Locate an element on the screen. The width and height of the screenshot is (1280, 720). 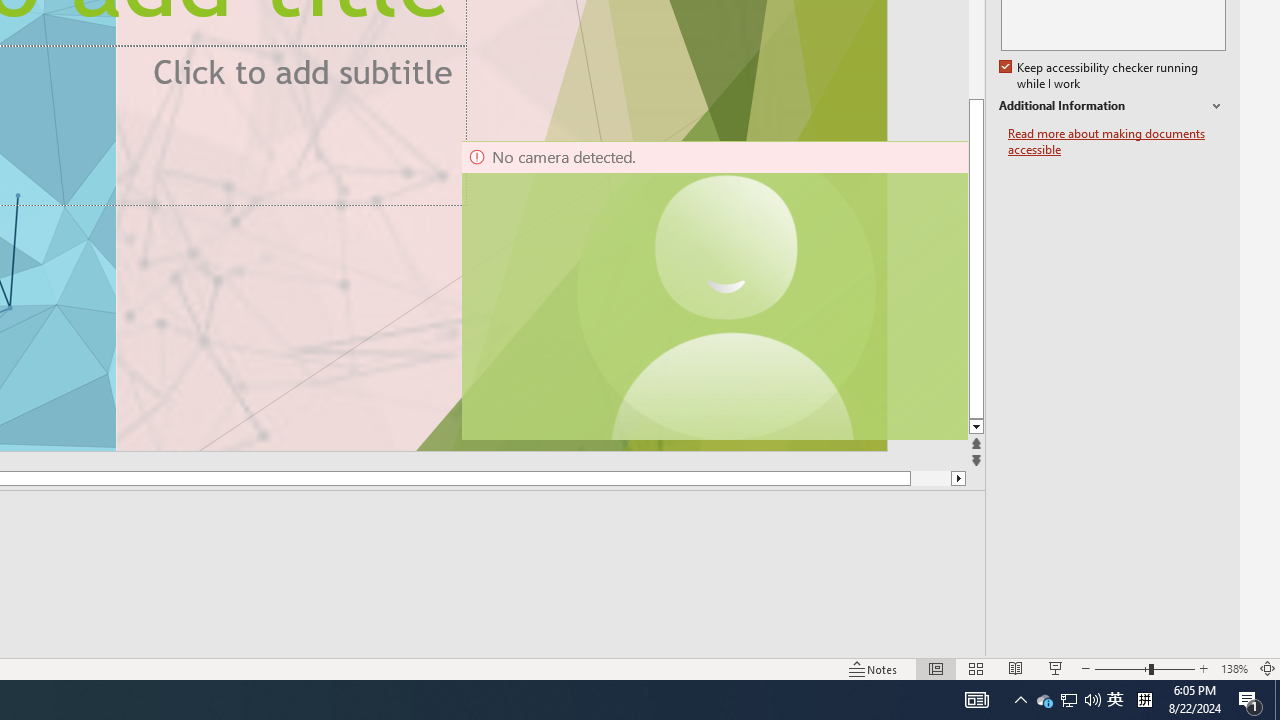
'Normal' is located at coordinates (935, 669).